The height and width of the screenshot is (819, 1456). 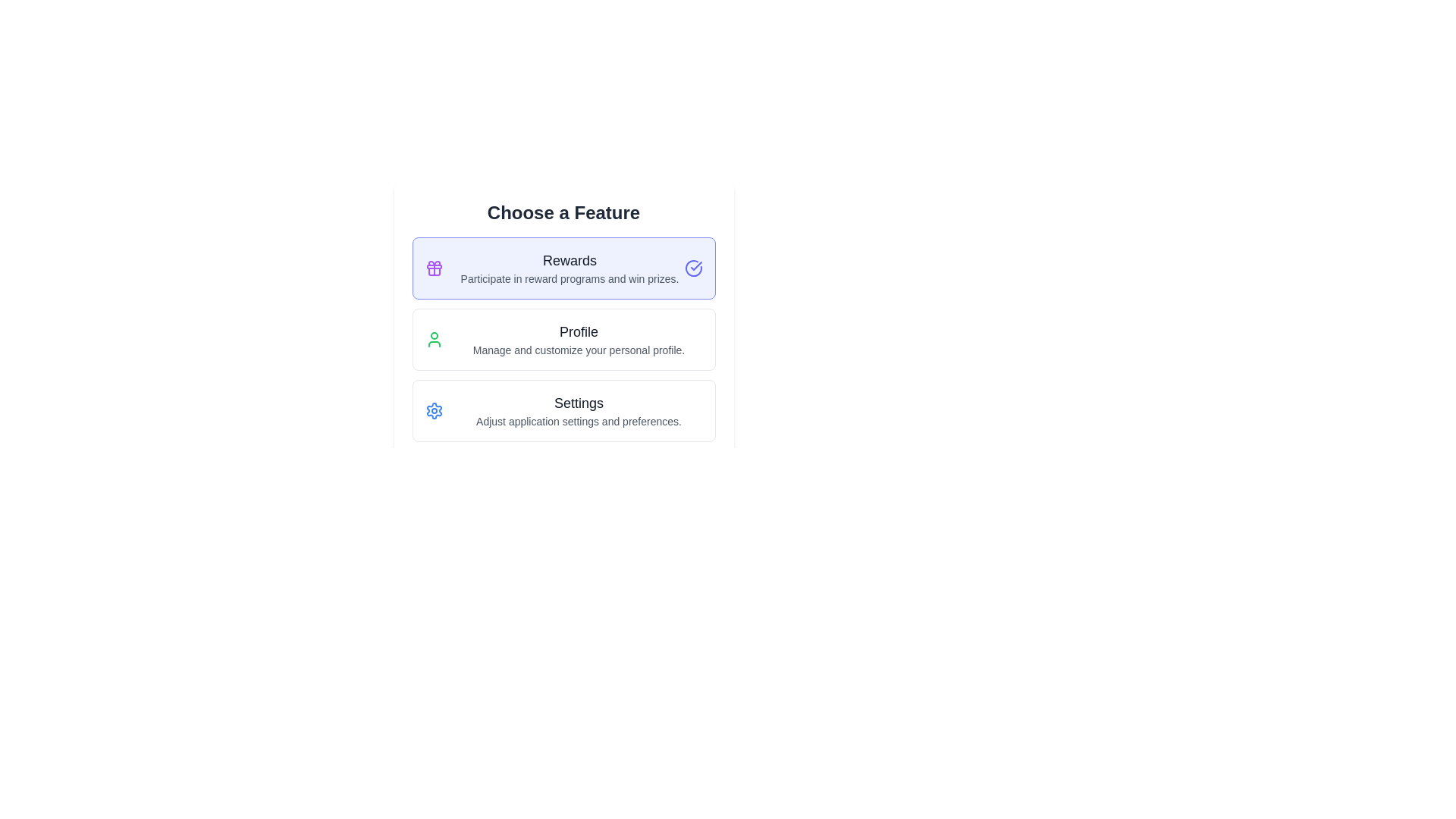 What do you see at coordinates (433, 268) in the screenshot?
I see `the small purple gift box icon located in the 'Rewards' section, which is outlined clearly and has a bow on top, positioned to the left of the text explaining the rewards program` at bounding box center [433, 268].